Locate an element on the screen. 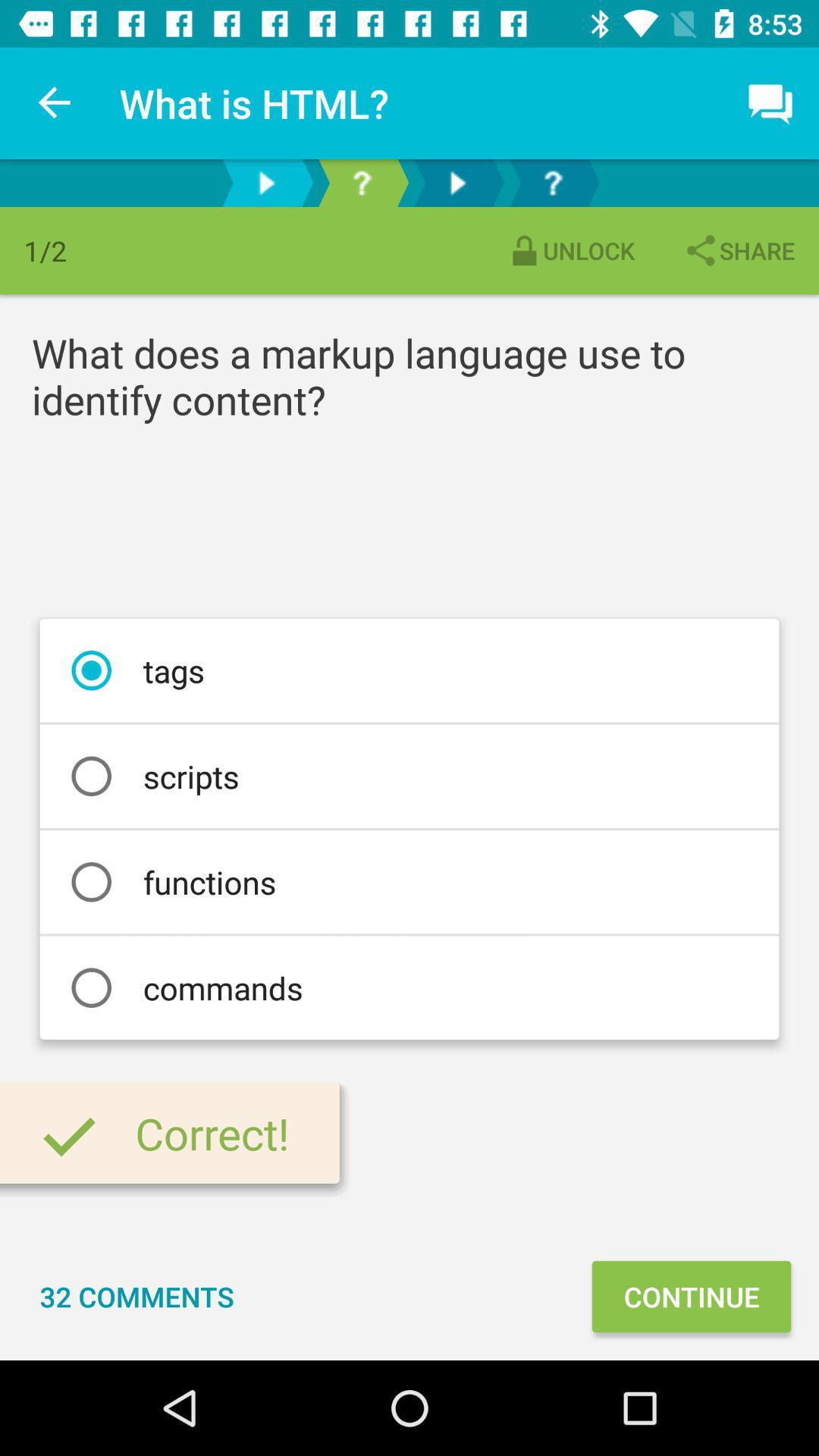 The height and width of the screenshot is (1456, 819). next icon is located at coordinates (456, 182).